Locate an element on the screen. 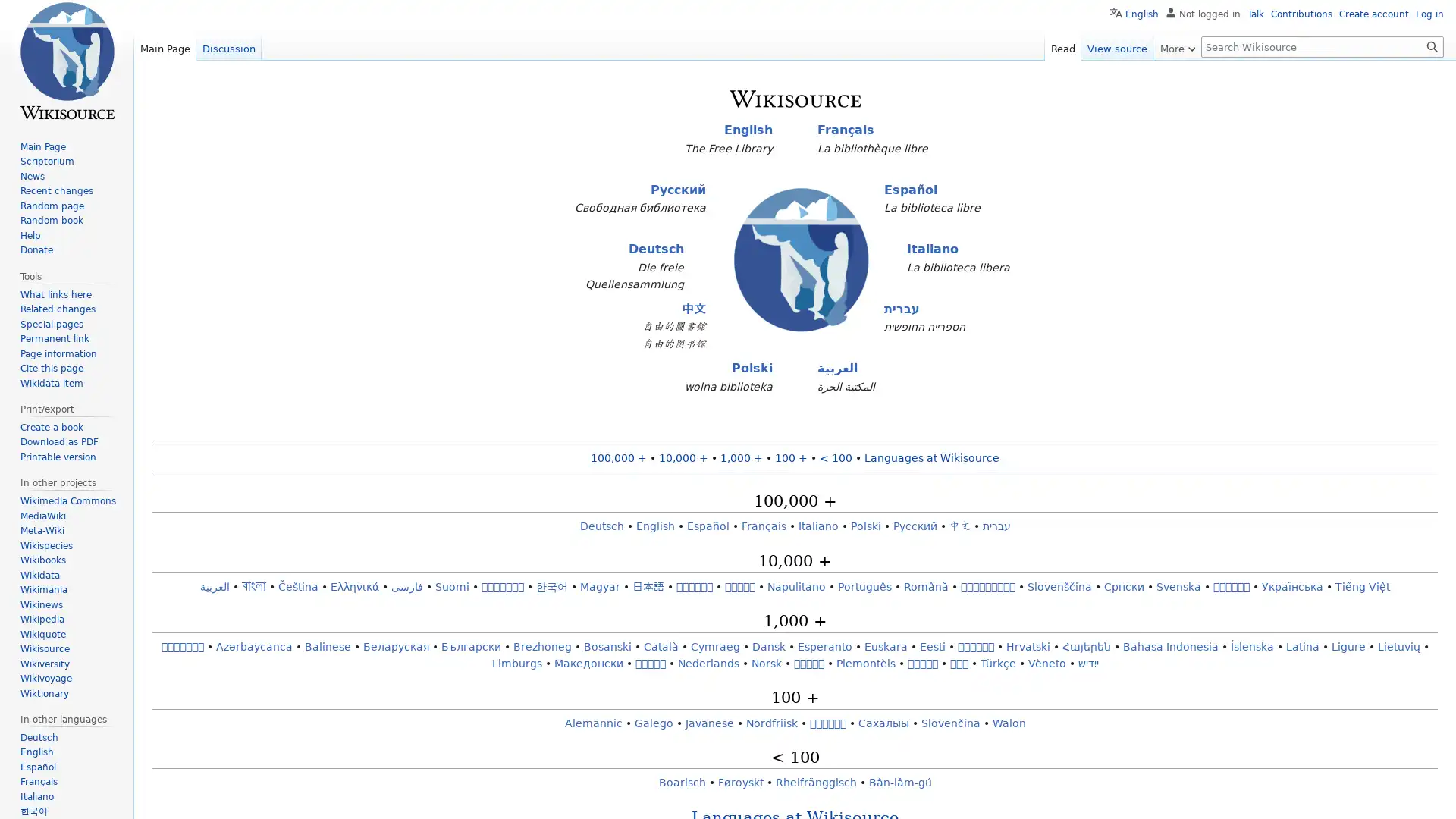 The image size is (1456, 819). Go is located at coordinates (1432, 45).